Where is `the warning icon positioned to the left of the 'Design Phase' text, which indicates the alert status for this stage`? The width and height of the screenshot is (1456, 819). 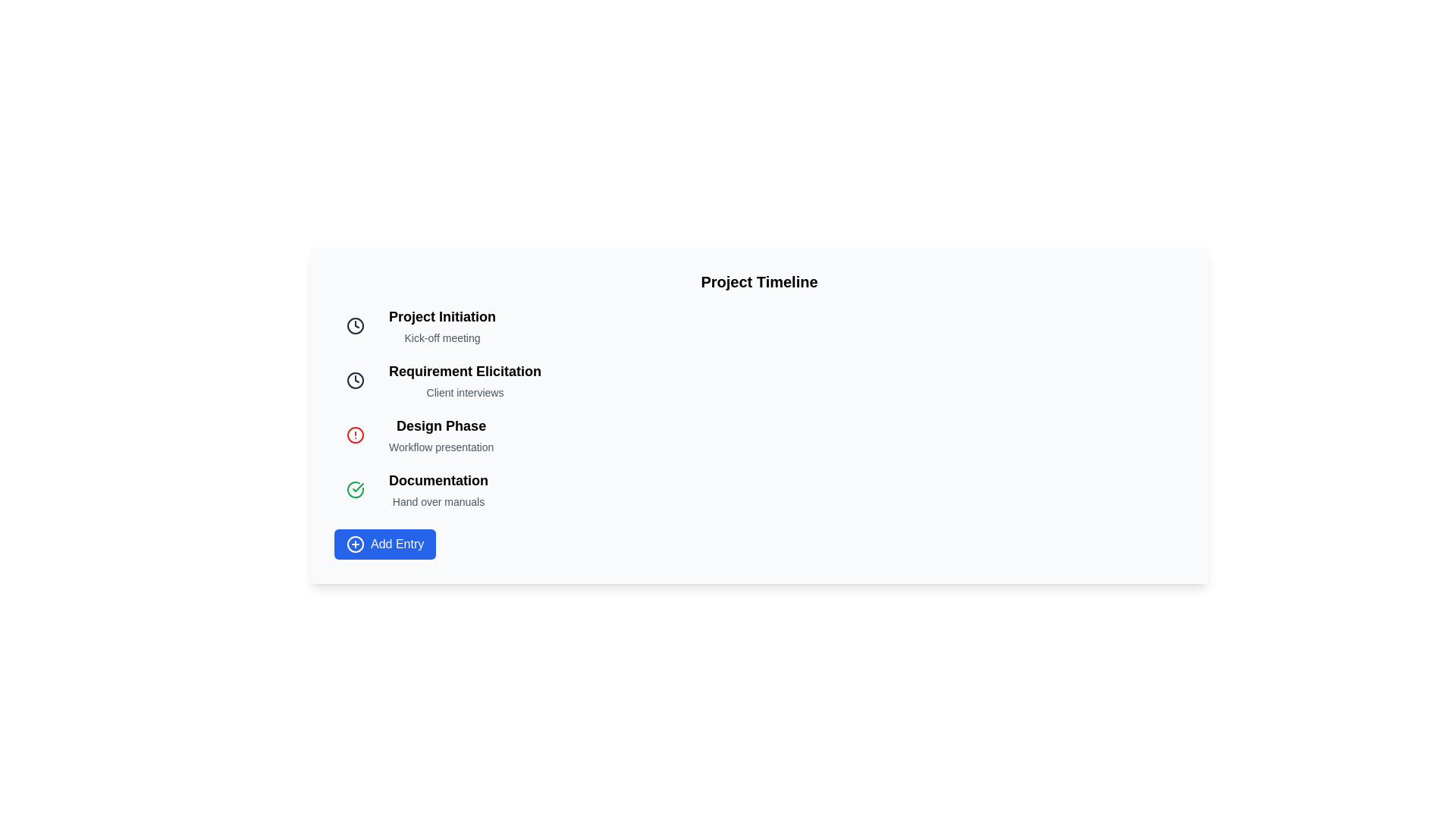
the warning icon positioned to the left of the 'Design Phase' text, which indicates the alert status for this stage is located at coordinates (355, 435).